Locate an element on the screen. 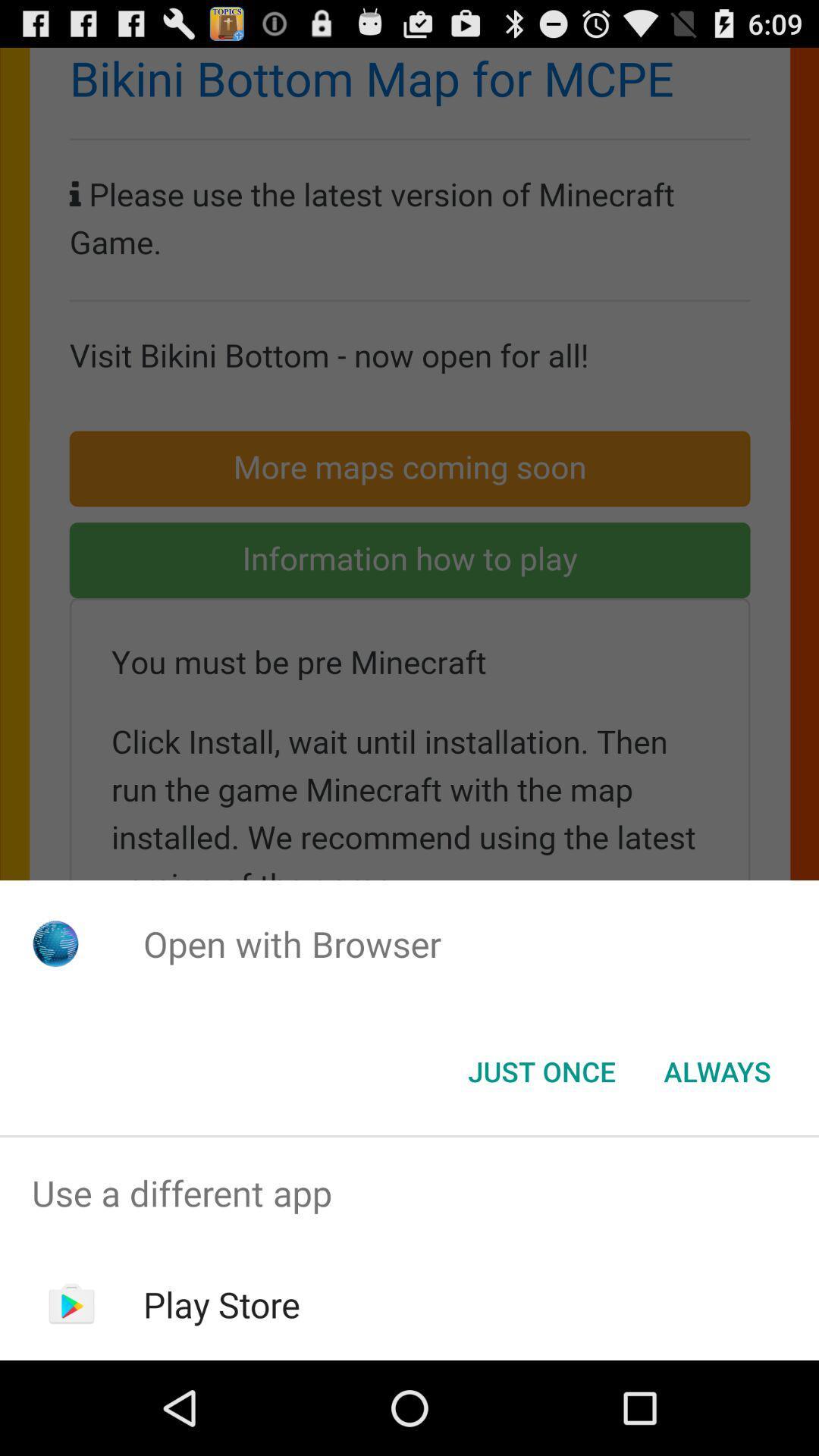 Image resolution: width=819 pixels, height=1456 pixels. the always button is located at coordinates (717, 1070).